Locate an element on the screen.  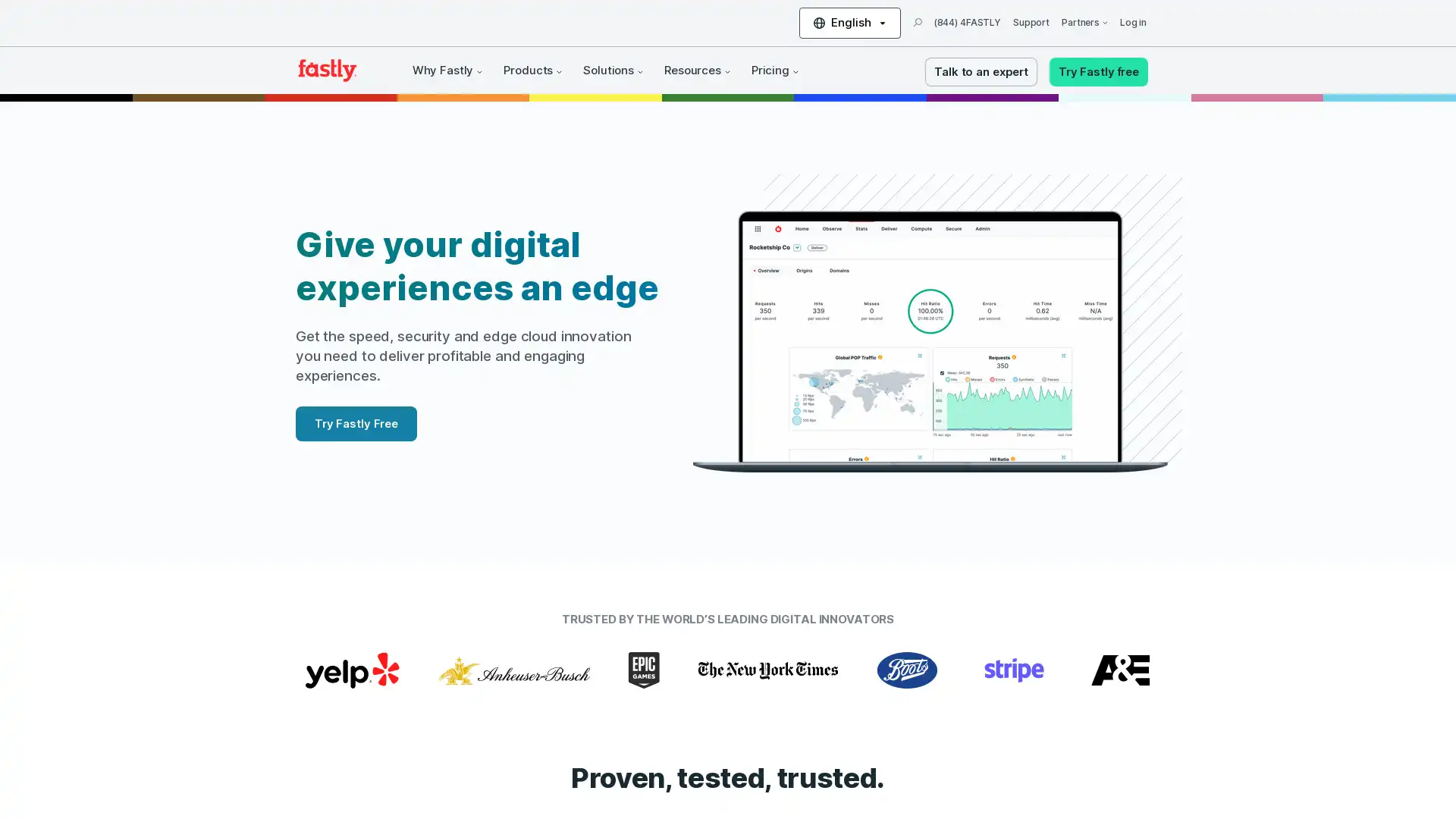
Yes is located at coordinates (154, 721).